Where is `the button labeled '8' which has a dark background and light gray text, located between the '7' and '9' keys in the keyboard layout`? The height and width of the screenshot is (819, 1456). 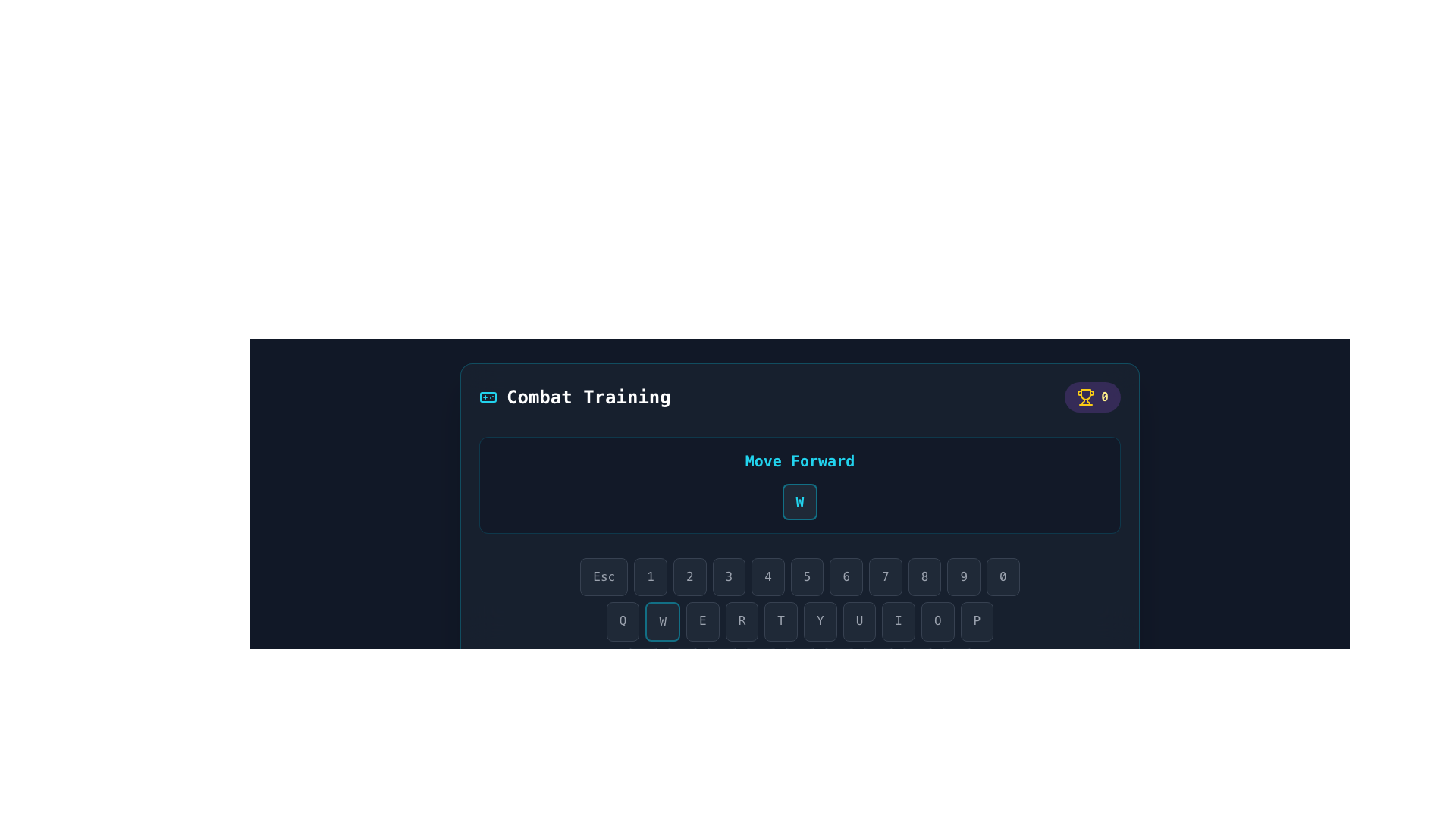
the button labeled '8' which has a dark background and light gray text, located between the '7' and '9' keys in the keyboard layout is located at coordinates (924, 576).